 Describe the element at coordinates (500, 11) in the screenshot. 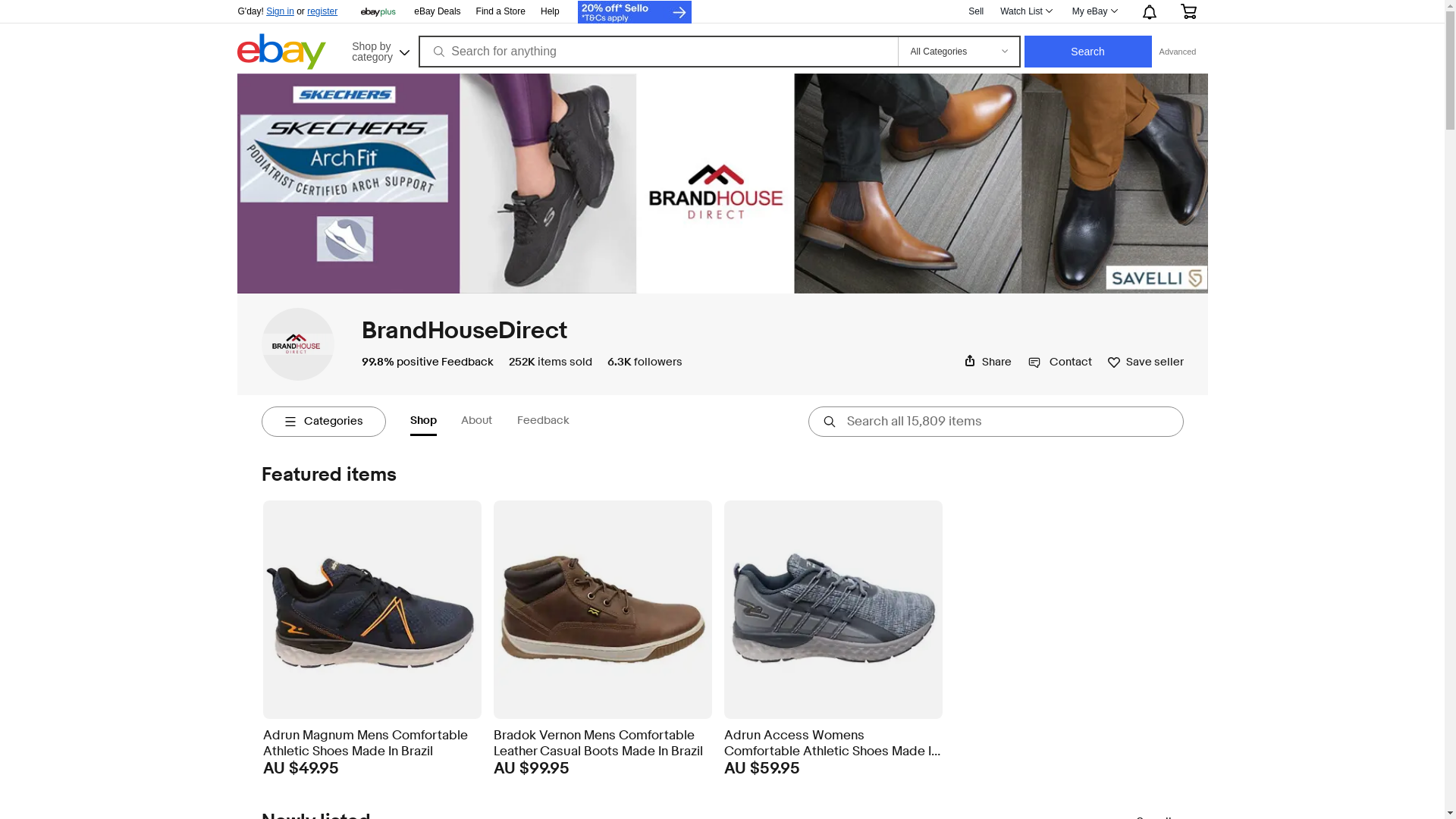

I see `'Find a Store'` at that location.